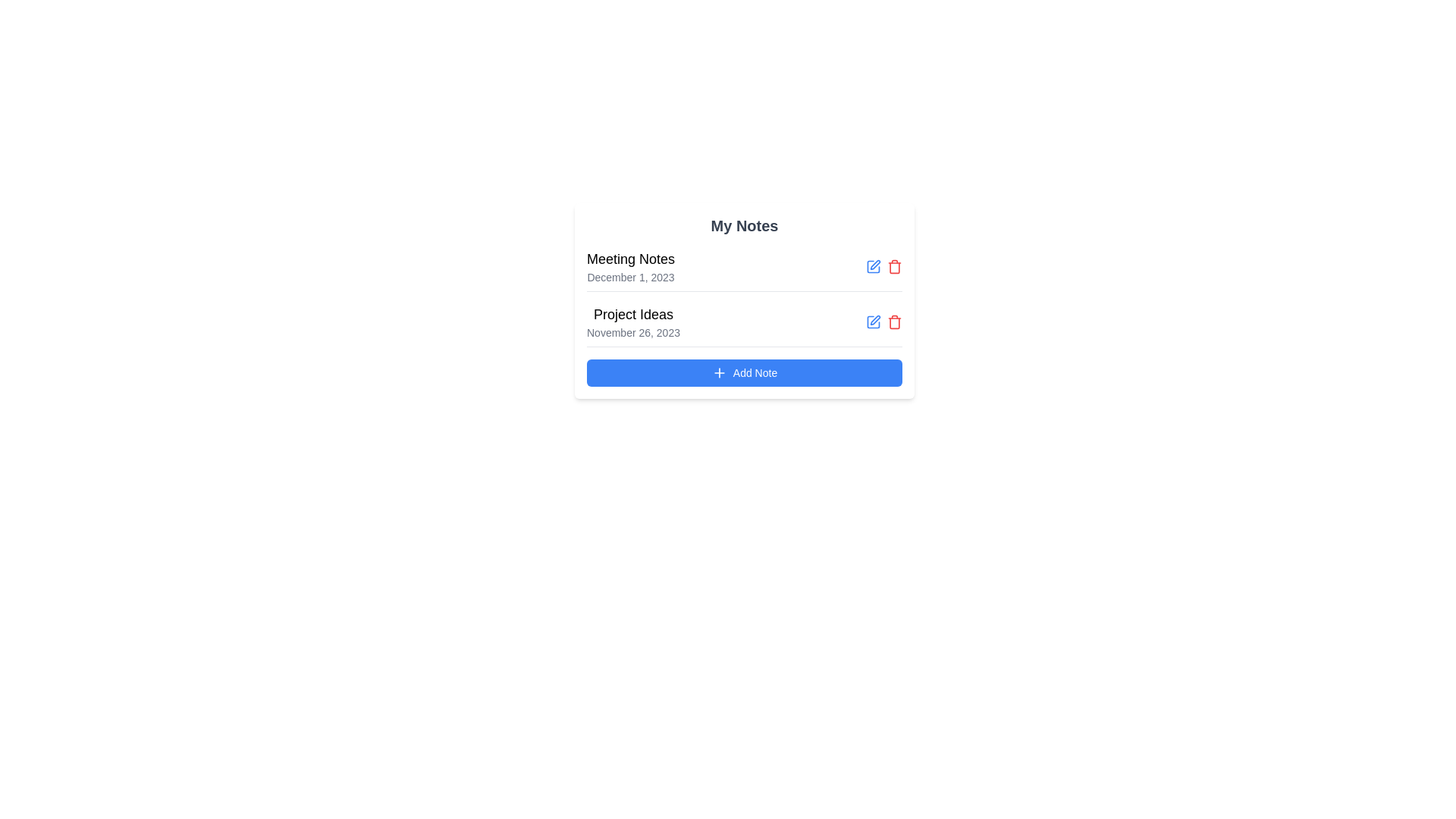 The width and height of the screenshot is (1456, 819). I want to click on the text heading element labeled 'Project Ideas', which is prominently displayed in bold font and is positioned above the date 'November 26, 2023' within the 'My Notes' card, so click(633, 314).